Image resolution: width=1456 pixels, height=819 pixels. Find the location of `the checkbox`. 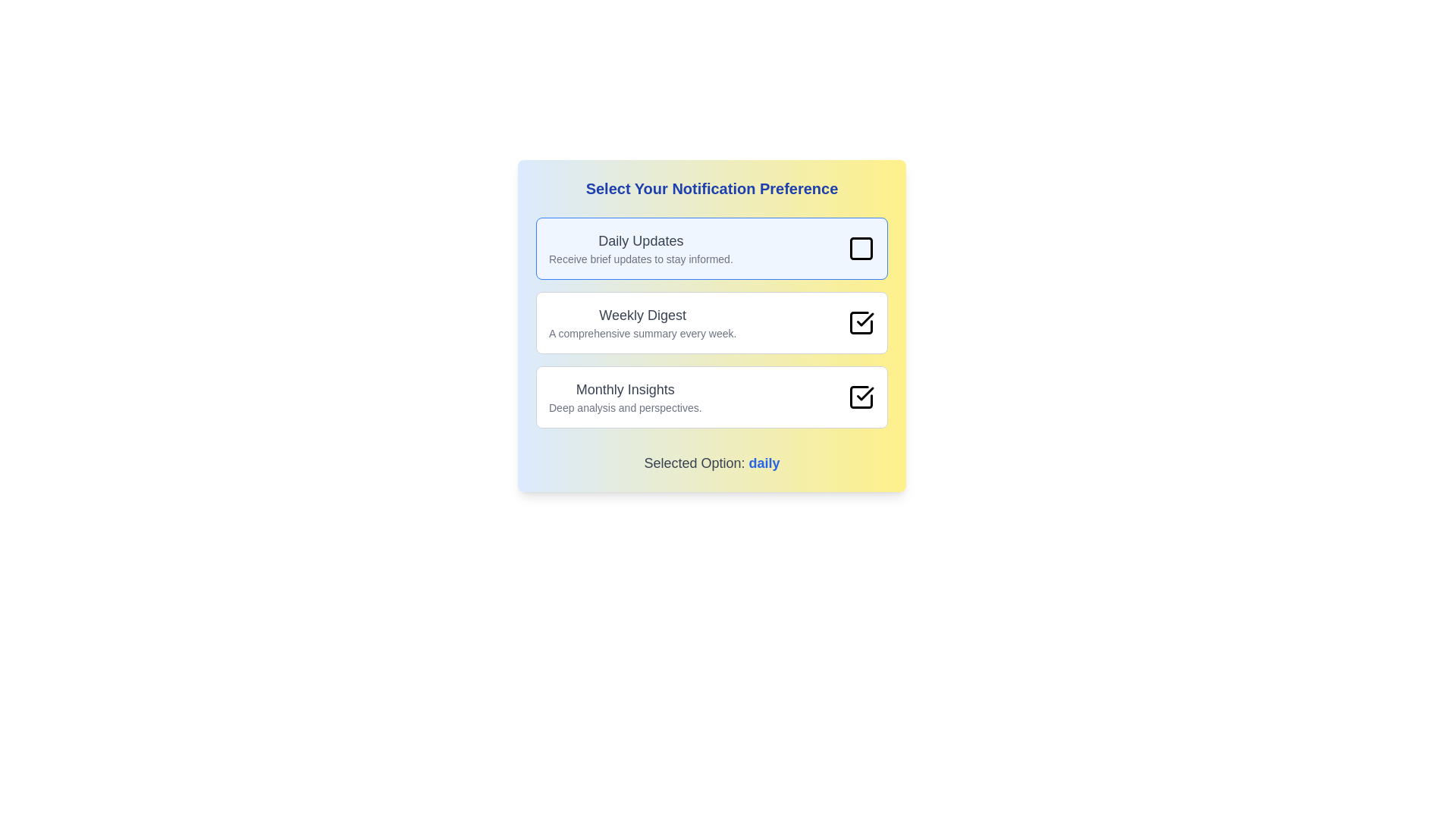

the checkbox is located at coordinates (861, 397).